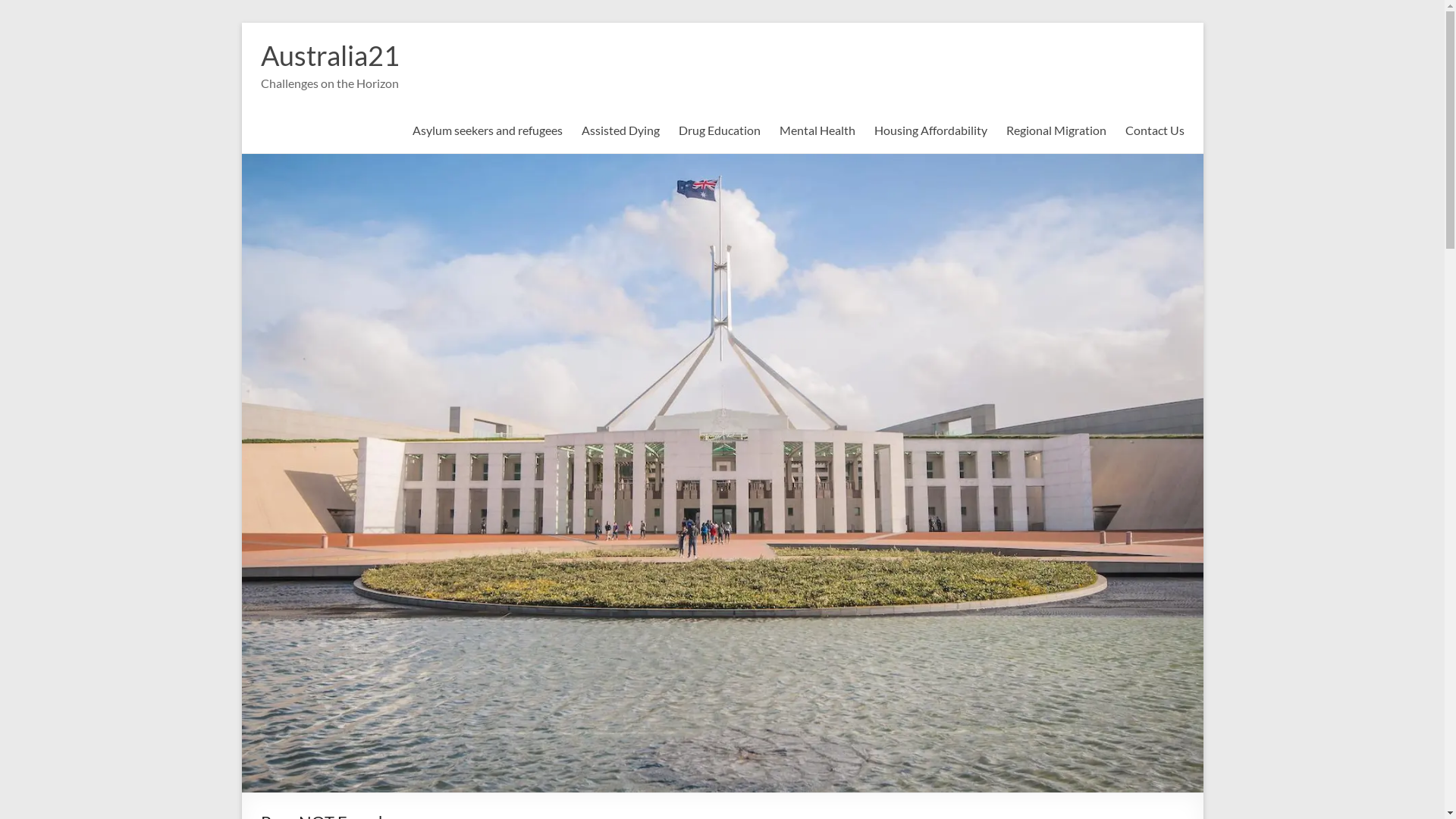  I want to click on 'Asylum seekers and refugees', so click(488, 130).